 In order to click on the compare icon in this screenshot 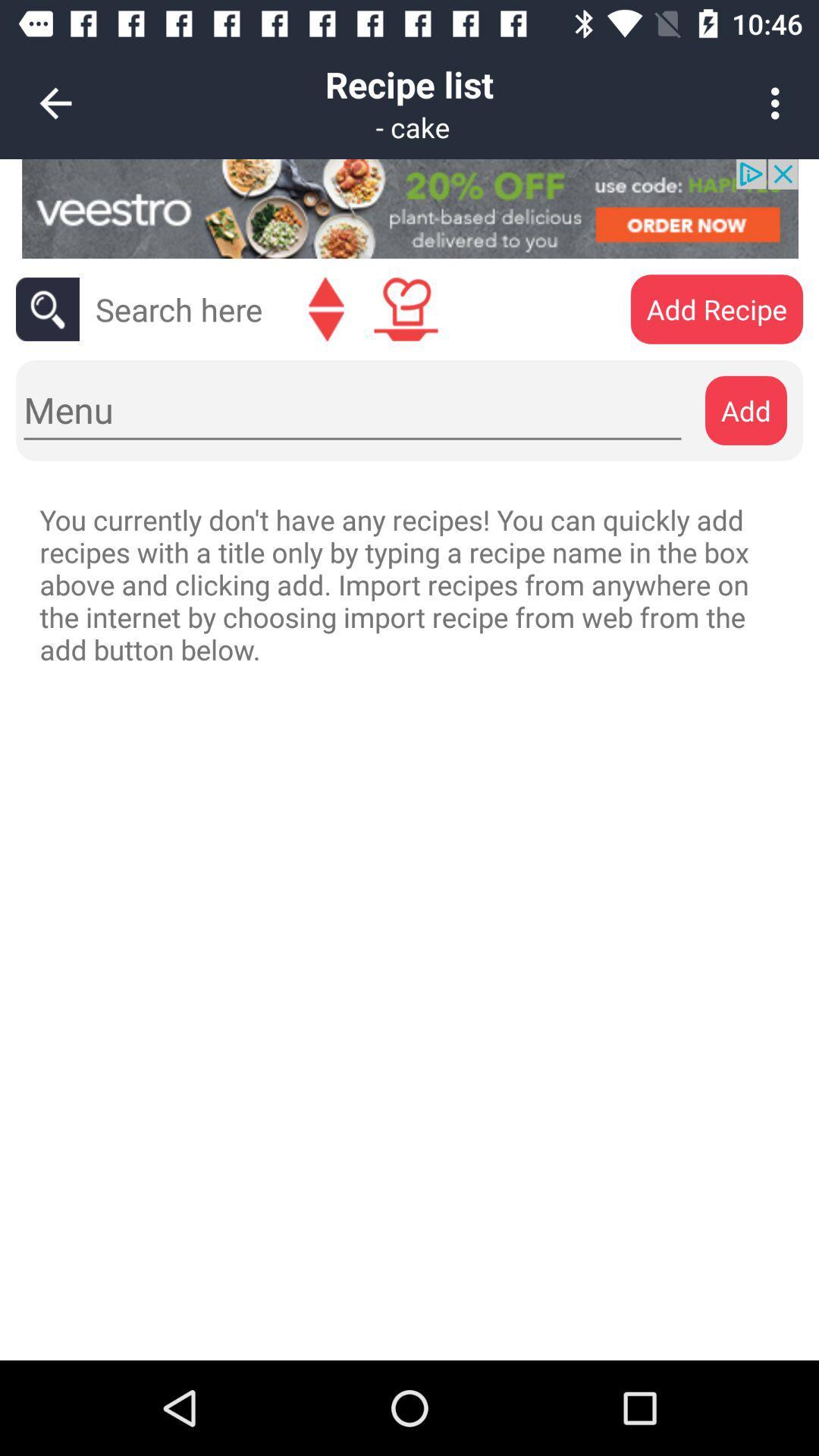, I will do `click(325, 309)`.